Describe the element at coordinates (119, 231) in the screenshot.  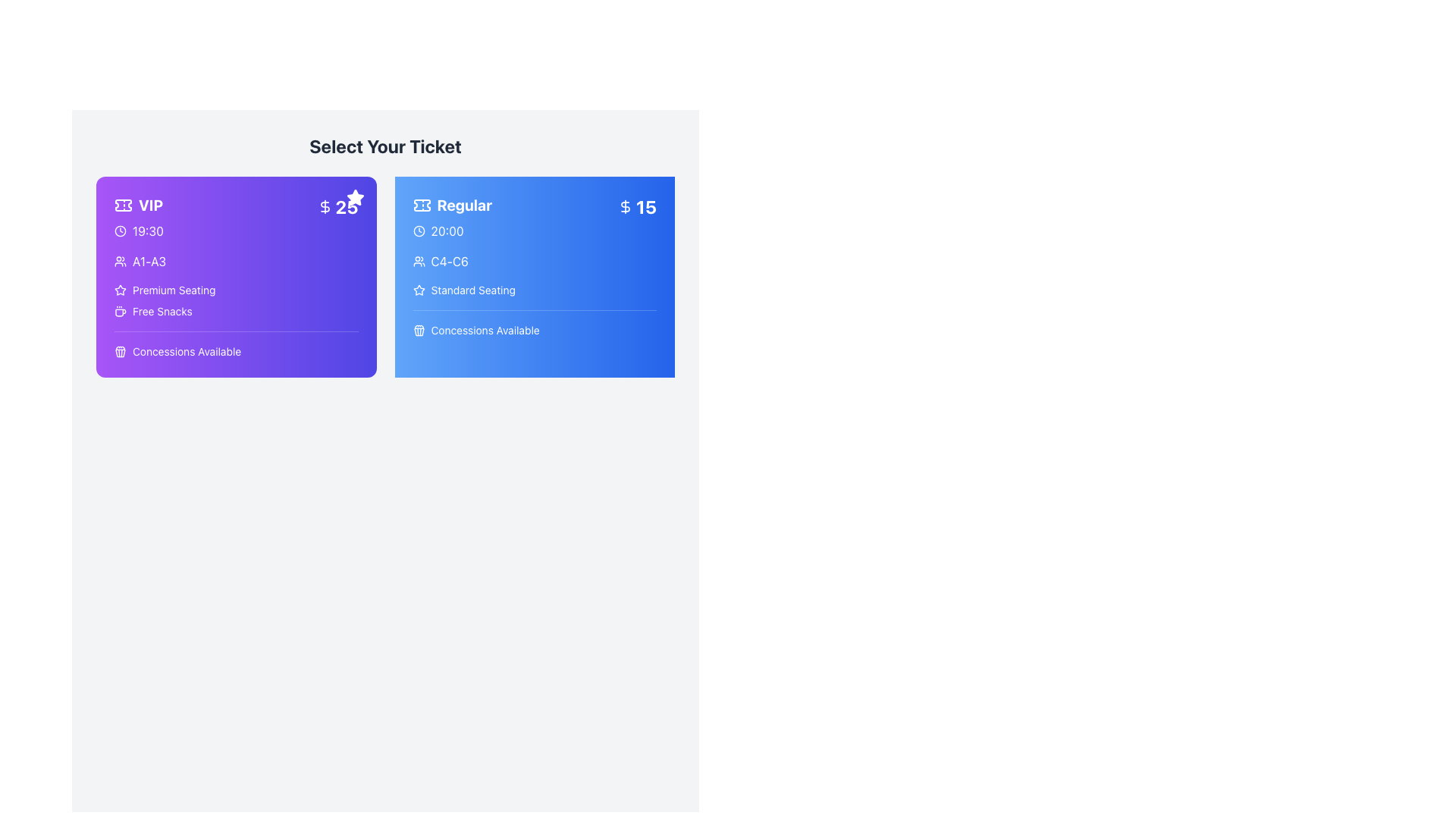
I see `the circular clock icon located in the top-left section of the 'VIP' ticket card, which is positioned closely to the '19:30' text` at that location.